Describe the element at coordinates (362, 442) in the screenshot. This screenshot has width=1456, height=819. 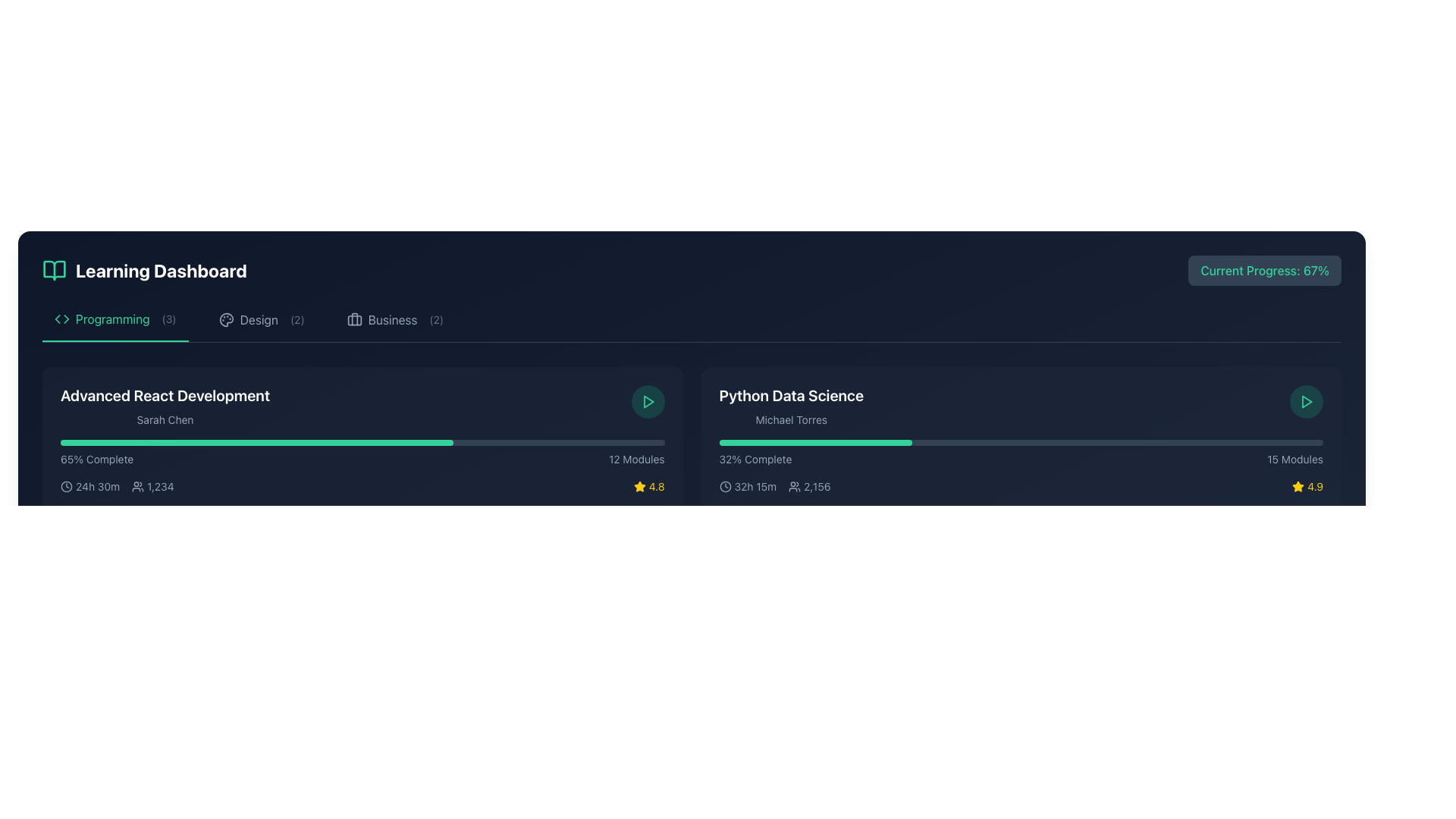
I see `the horizontal progress bar located in the central portion of the 'Python Data Science' module card, indicating progress with a green-filled section above the text '65% Complete' and '12 Modules'` at that location.